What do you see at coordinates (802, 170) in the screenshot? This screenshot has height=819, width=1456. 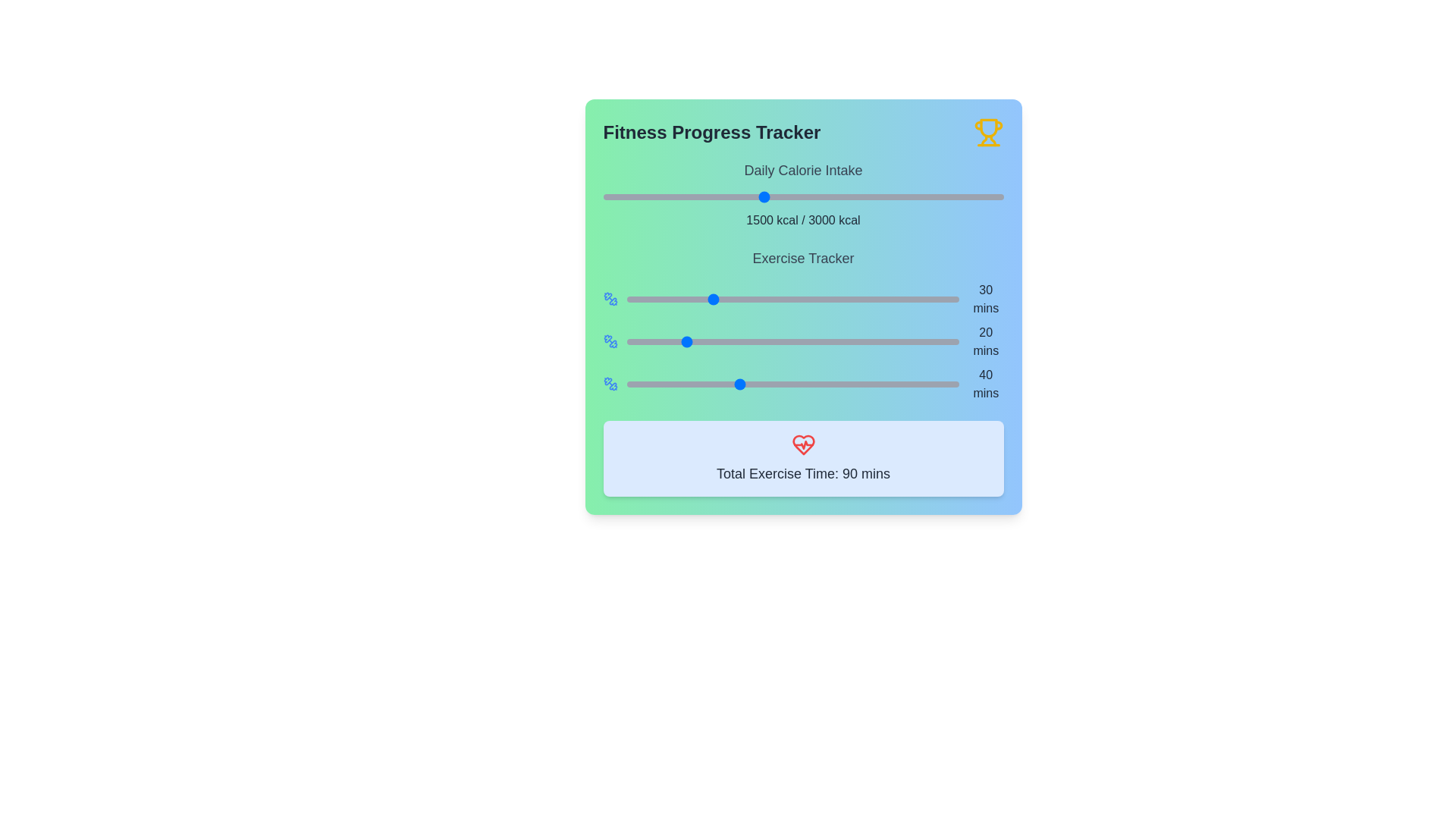 I see `the 'Daily Calorie Intake' text label which serves as the title for the progress bar and calorie range information` at bounding box center [802, 170].